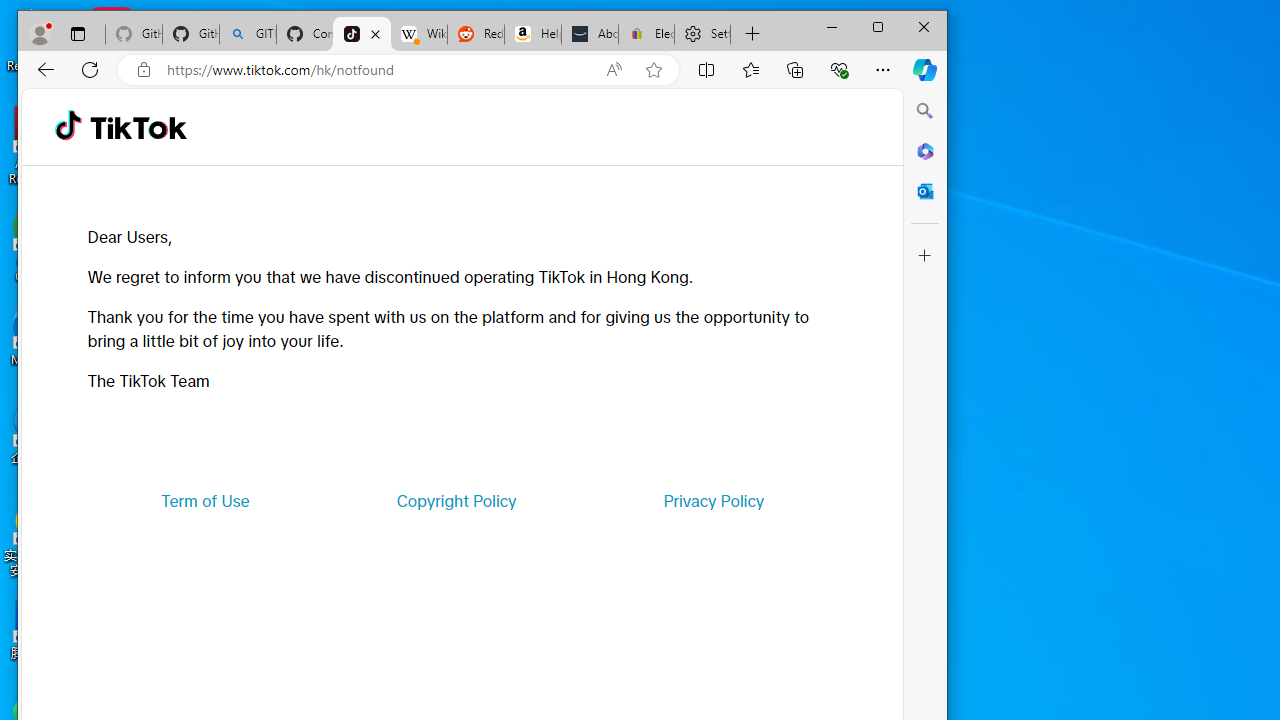 The image size is (1280, 720). I want to click on 'Reddit - Dive into anything', so click(475, 34).